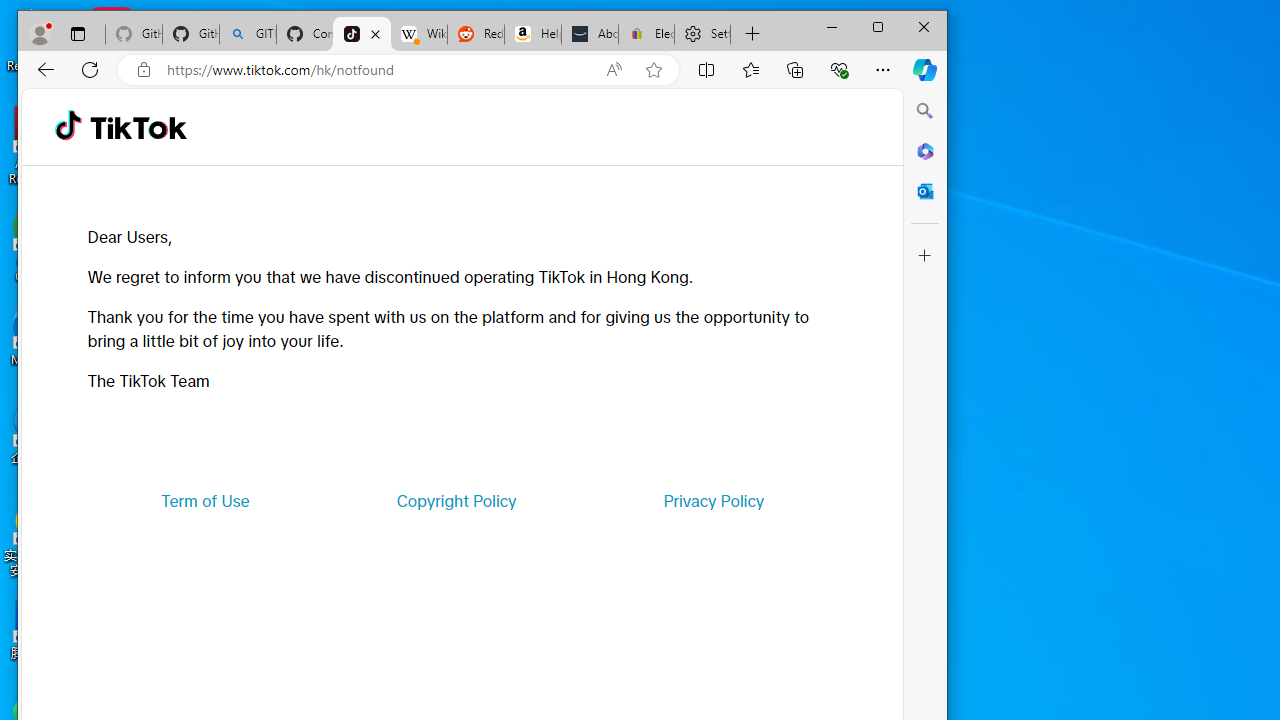 The image size is (1280, 720). I want to click on 'Reddit - Dive into anything', so click(475, 34).